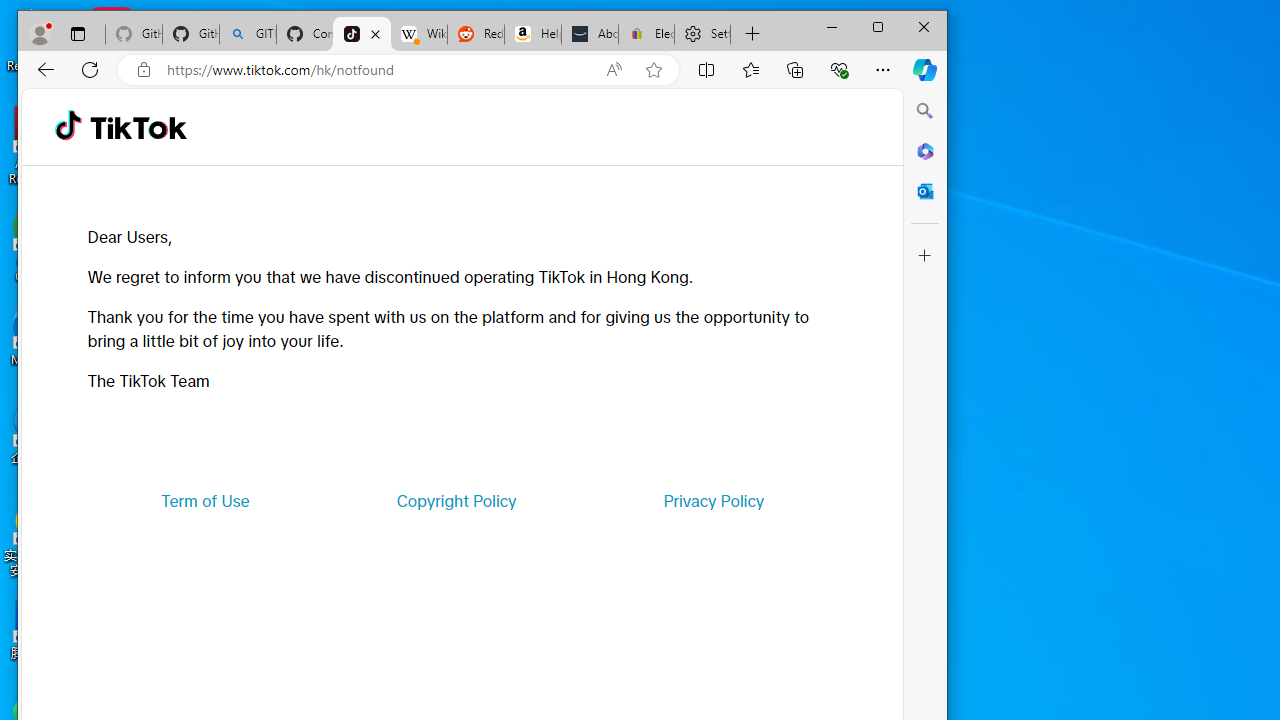 The image size is (1280, 720). I want to click on 'Reddit - Dive into anything', so click(475, 34).